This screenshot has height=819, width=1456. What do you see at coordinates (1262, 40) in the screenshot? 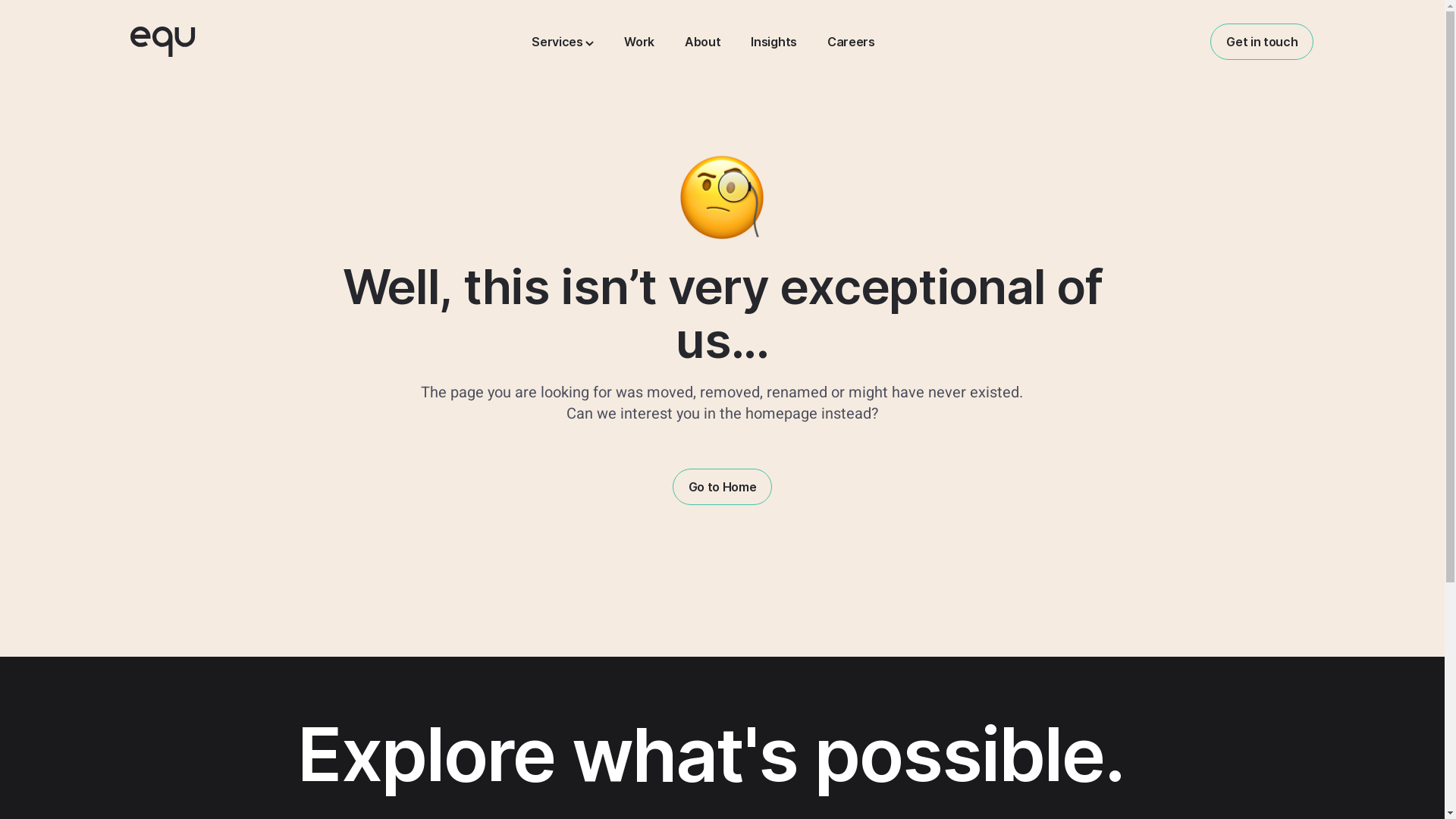
I see `'Get in touch'` at bounding box center [1262, 40].